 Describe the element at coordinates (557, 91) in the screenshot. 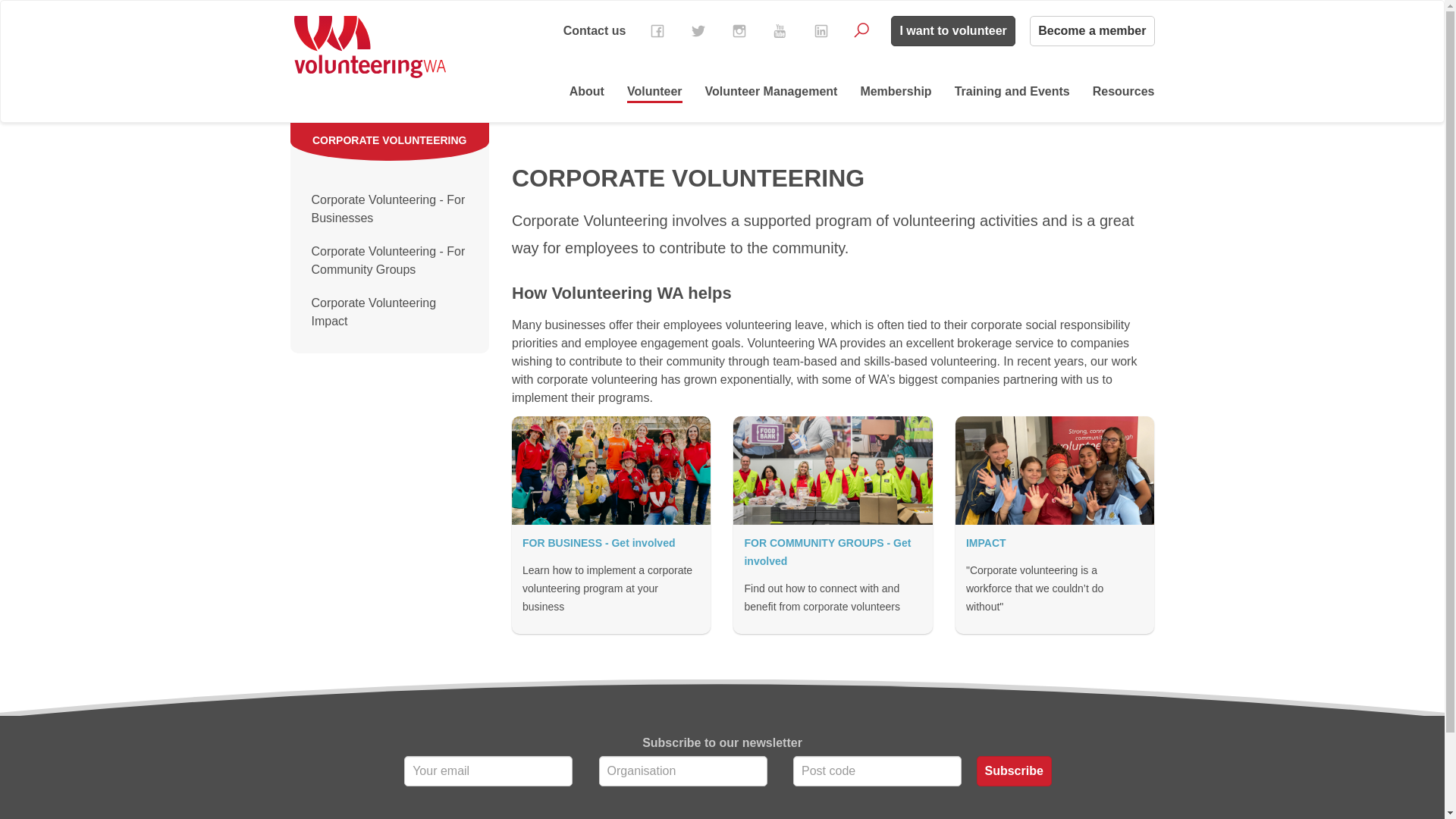

I see `'About'` at that location.